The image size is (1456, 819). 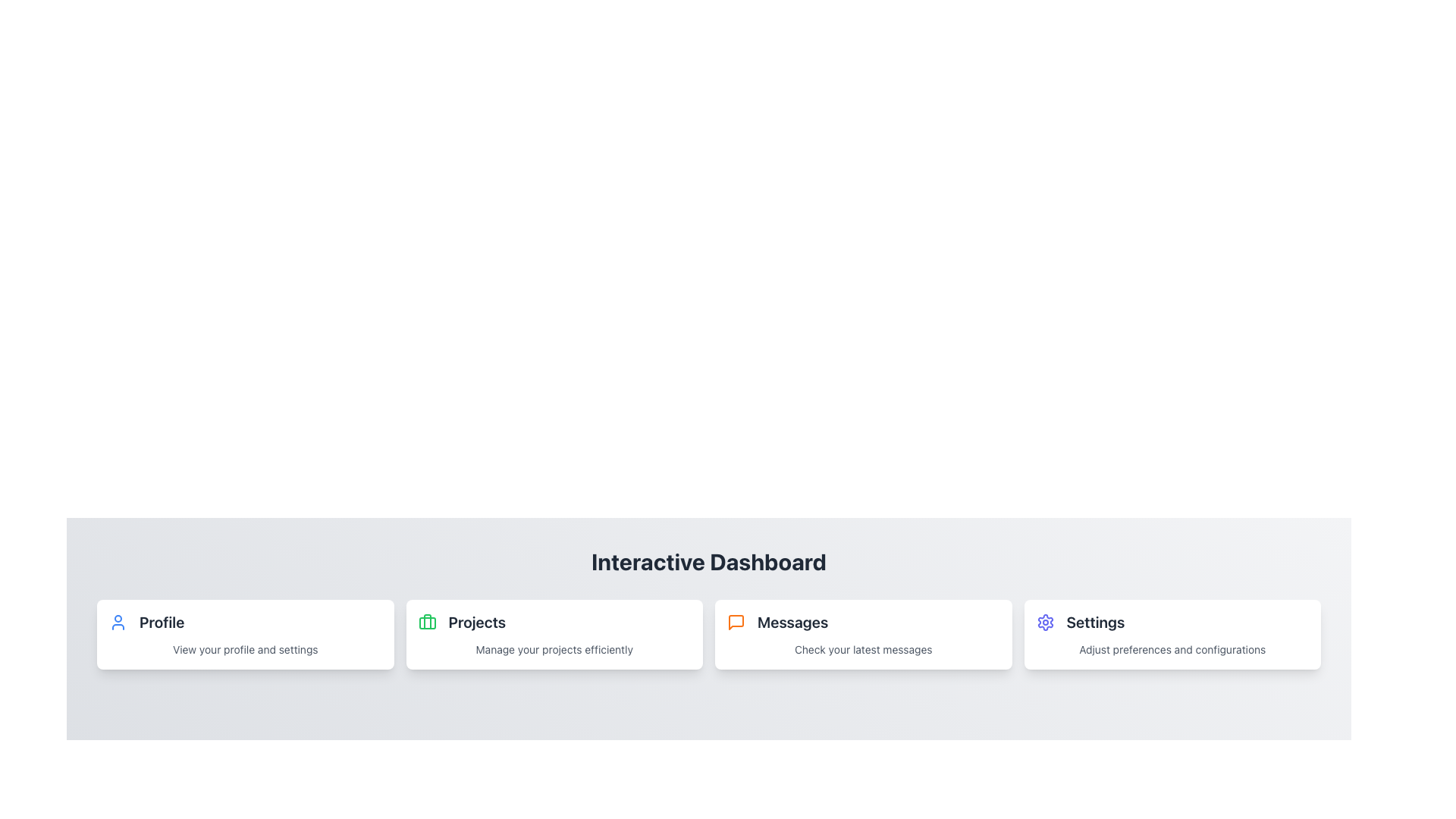 What do you see at coordinates (426, 623) in the screenshot?
I see `the green briefcase icon representing the 'Projects' section to identify its associated section` at bounding box center [426, 623].